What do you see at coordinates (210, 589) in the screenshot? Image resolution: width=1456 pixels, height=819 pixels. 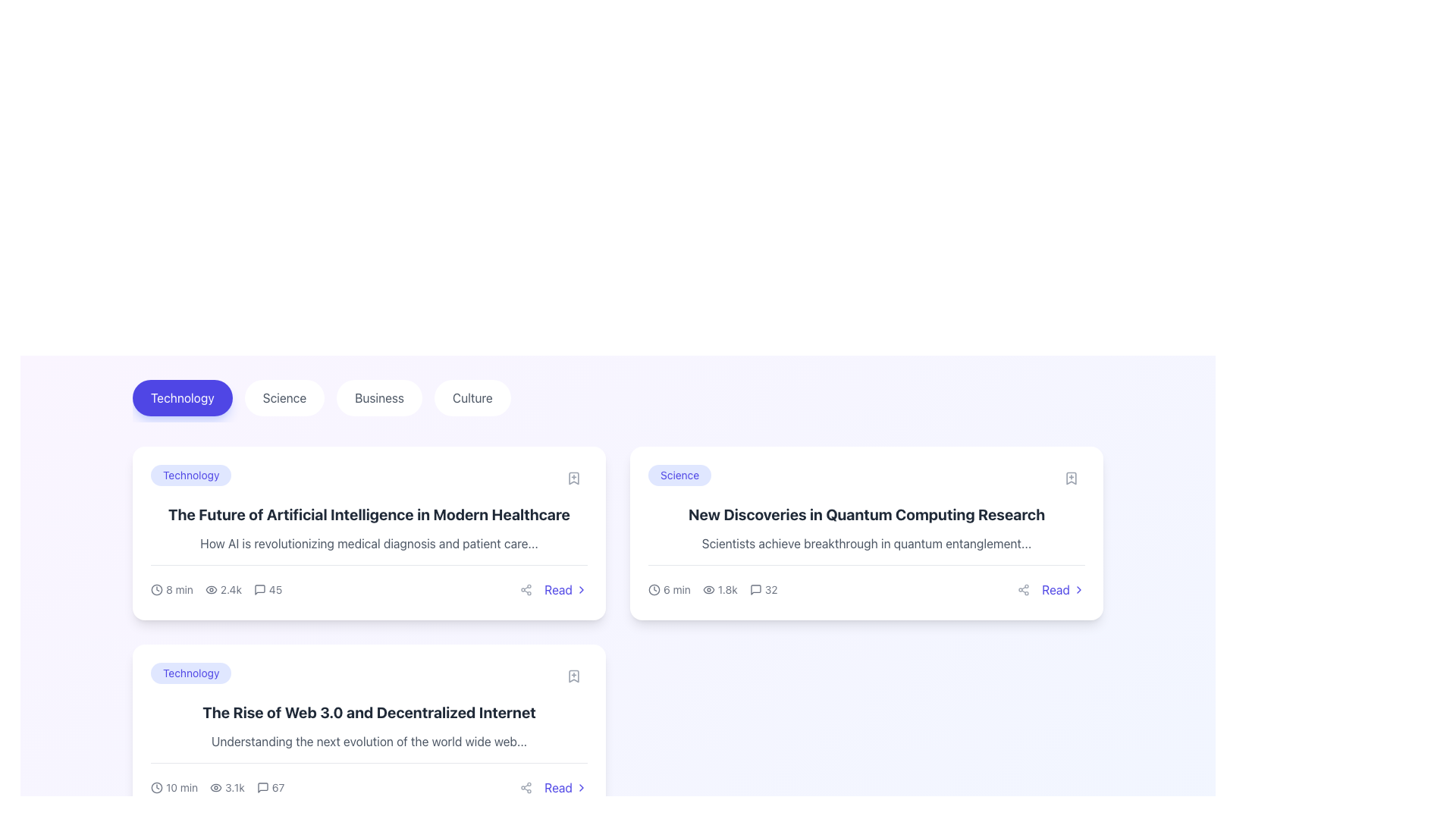 I see `the eye-shaped icon located to the left of the text '2.4k' beneath the article titled 'The Future of Artificial Intelligence in Modern Healthcare'` at bounding box center [210, 589].